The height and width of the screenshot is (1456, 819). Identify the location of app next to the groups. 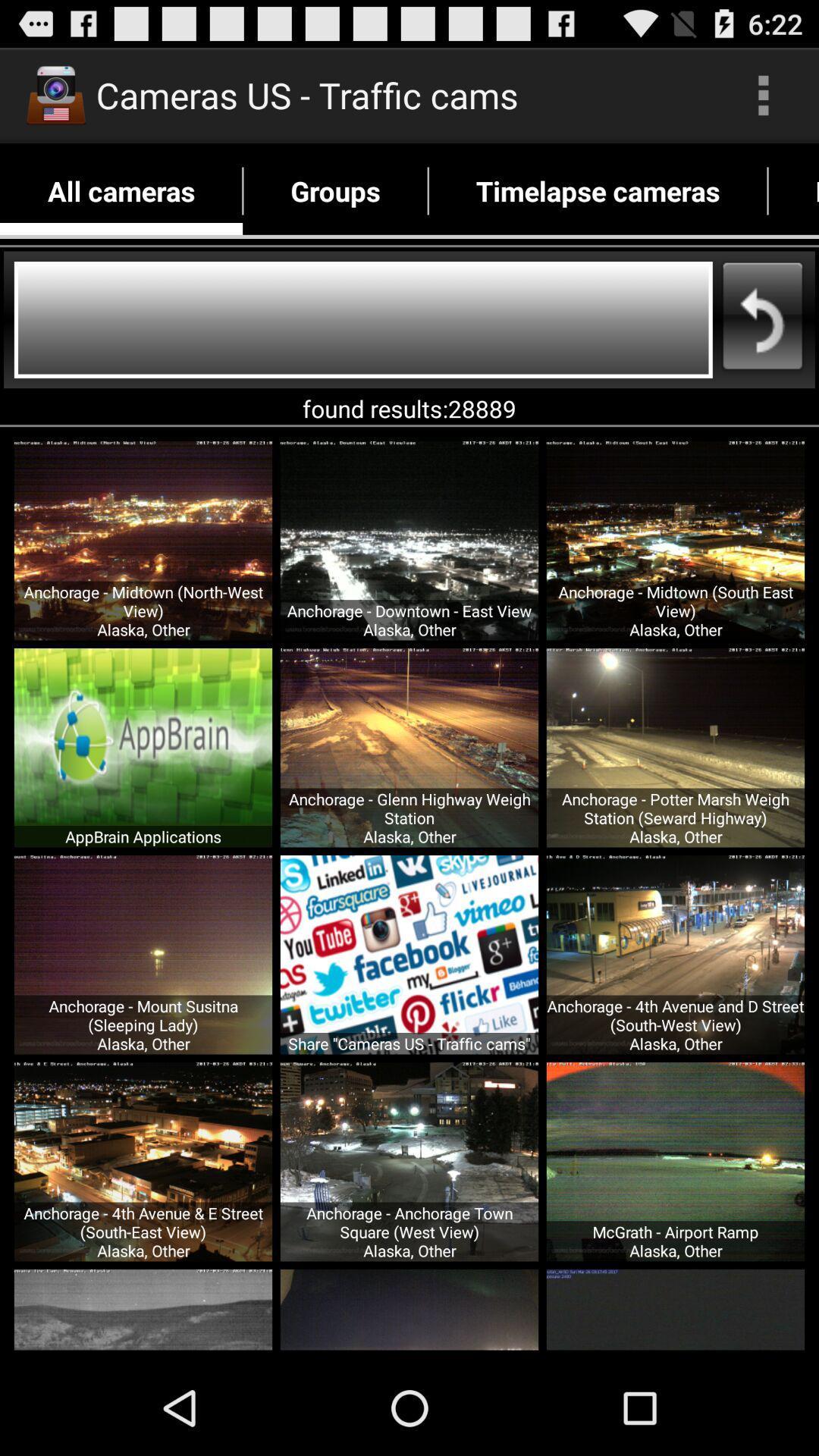
(121, 190).